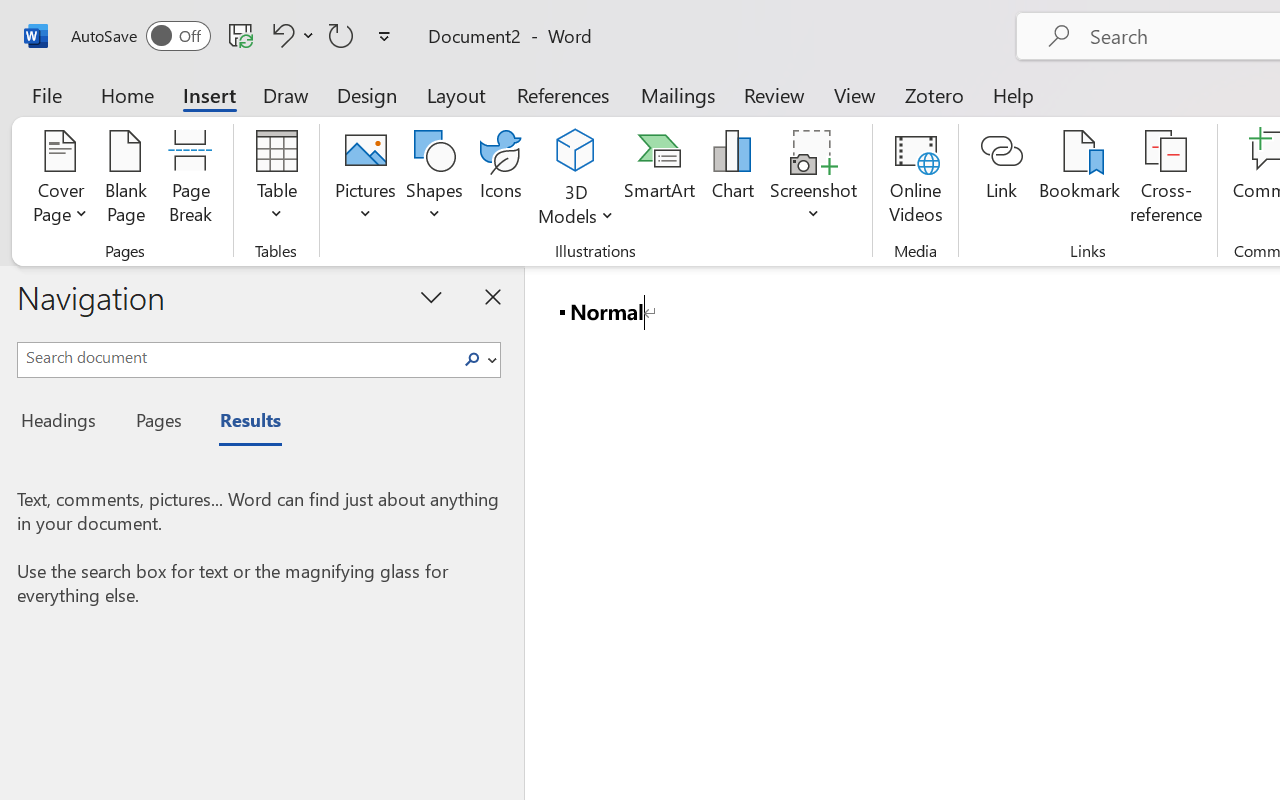 Image resolution: width=1280 pixels, height=800 pixels. What do you see at coordinates (933, 94) in the screenshot?
I see `'Zotero'` at bounding box center [933, 94].